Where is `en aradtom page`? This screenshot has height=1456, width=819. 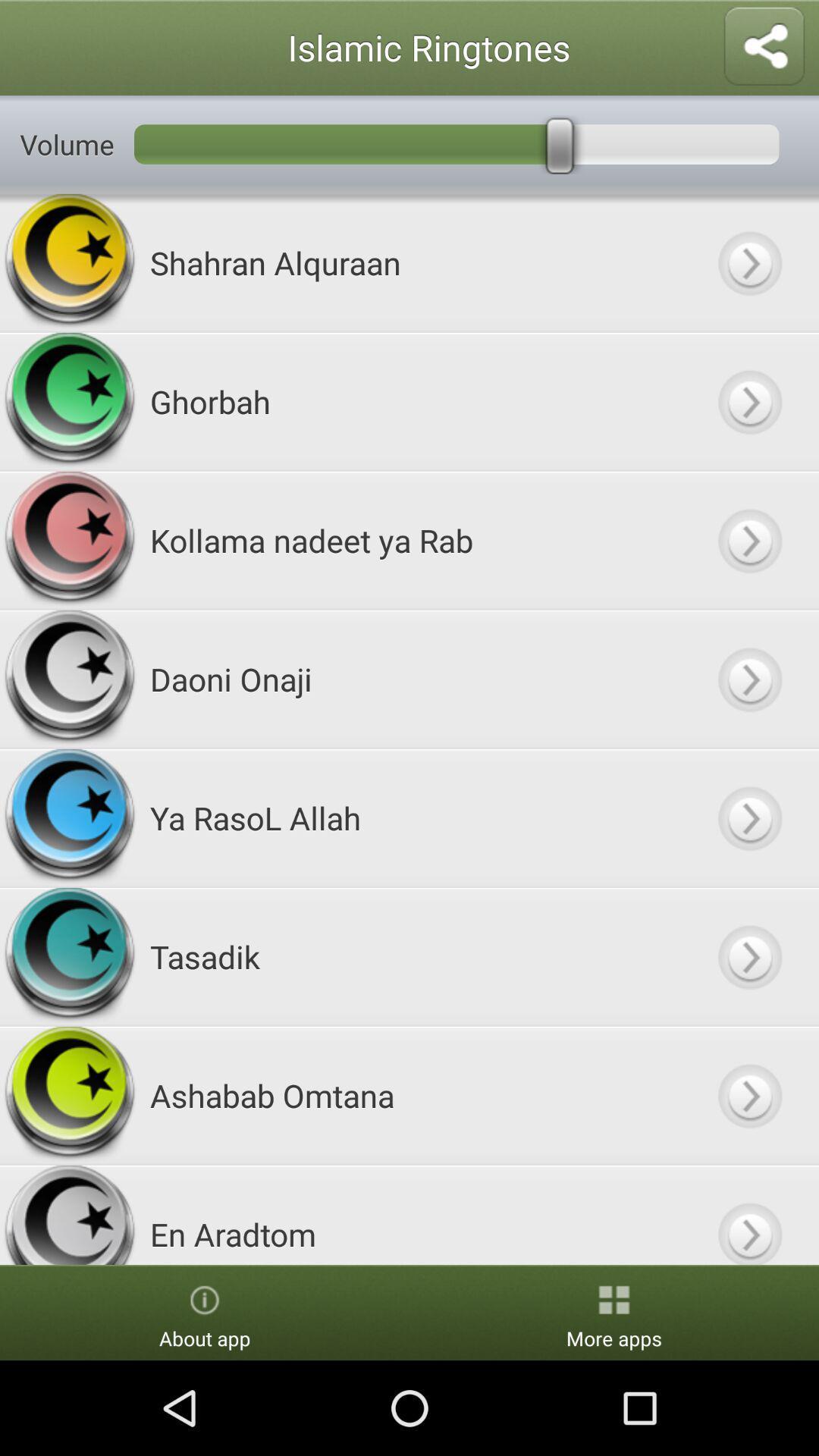 en aradtom page is located at coordinates (748, 1215).